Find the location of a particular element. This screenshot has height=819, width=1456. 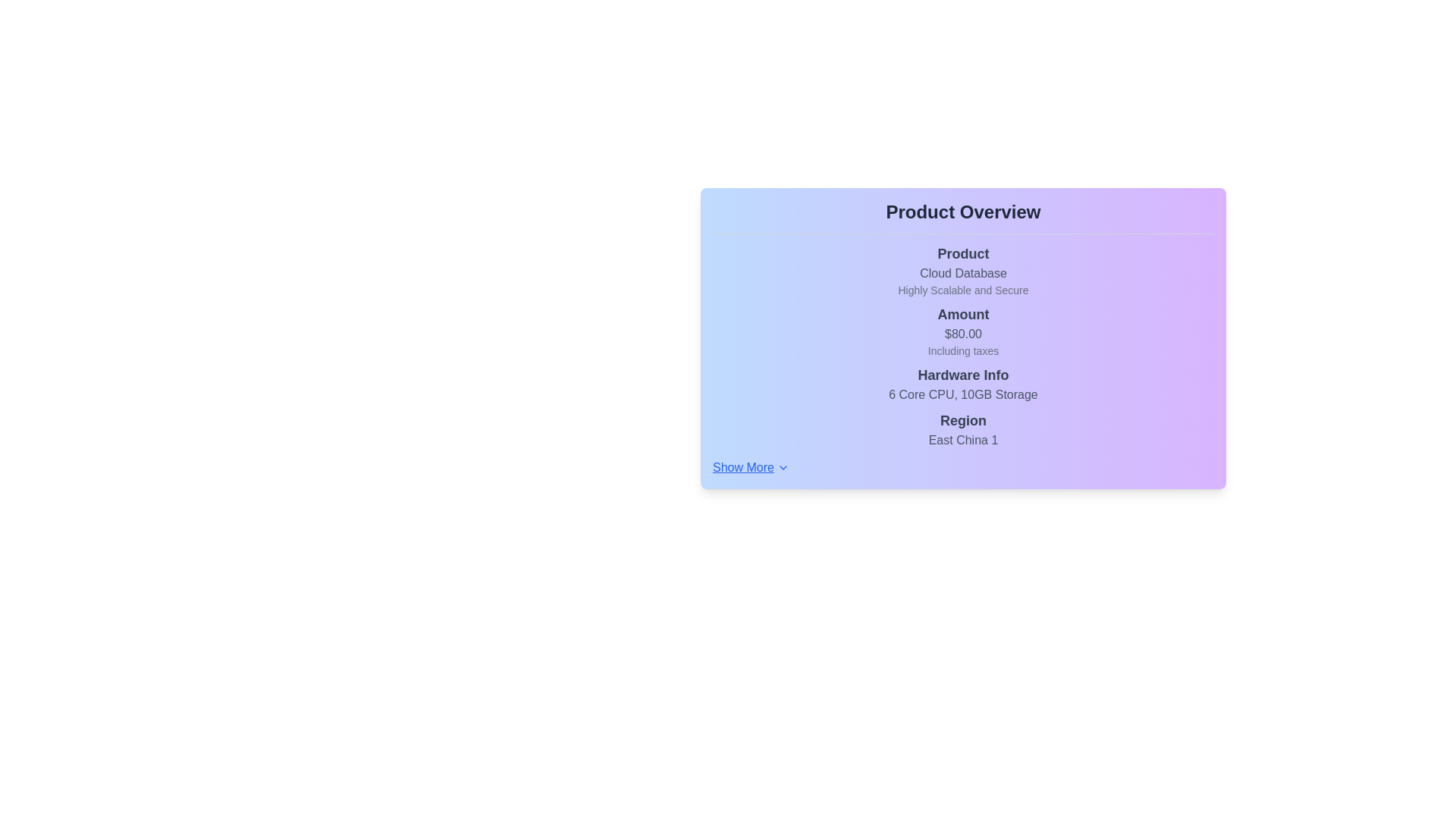

the button located at the bottom left corner of the 'Product Overview' card is located at coordinates (751, 467).